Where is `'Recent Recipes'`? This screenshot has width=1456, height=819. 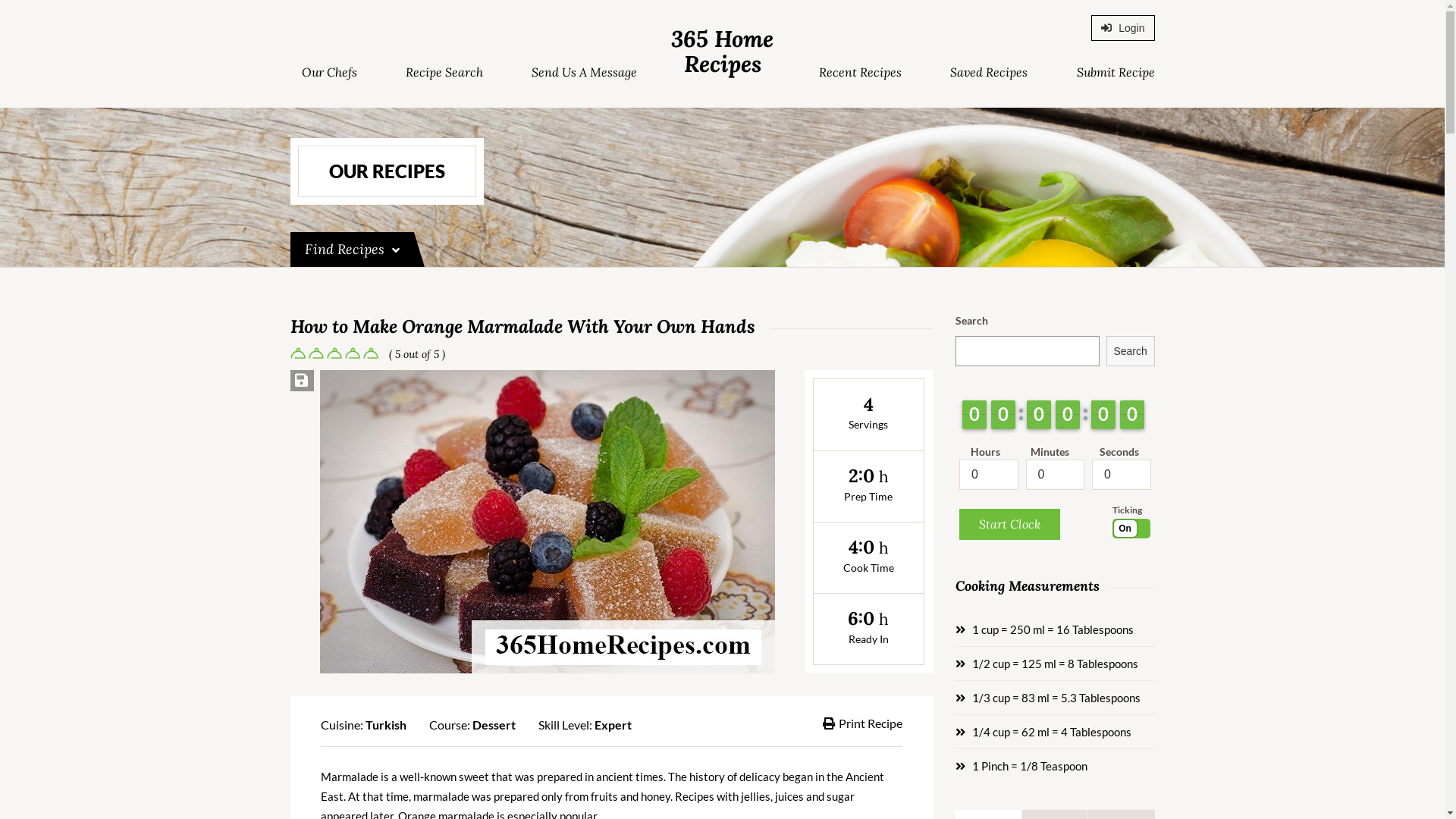 'Recent Recipes' is located at coordinates (860, 73).